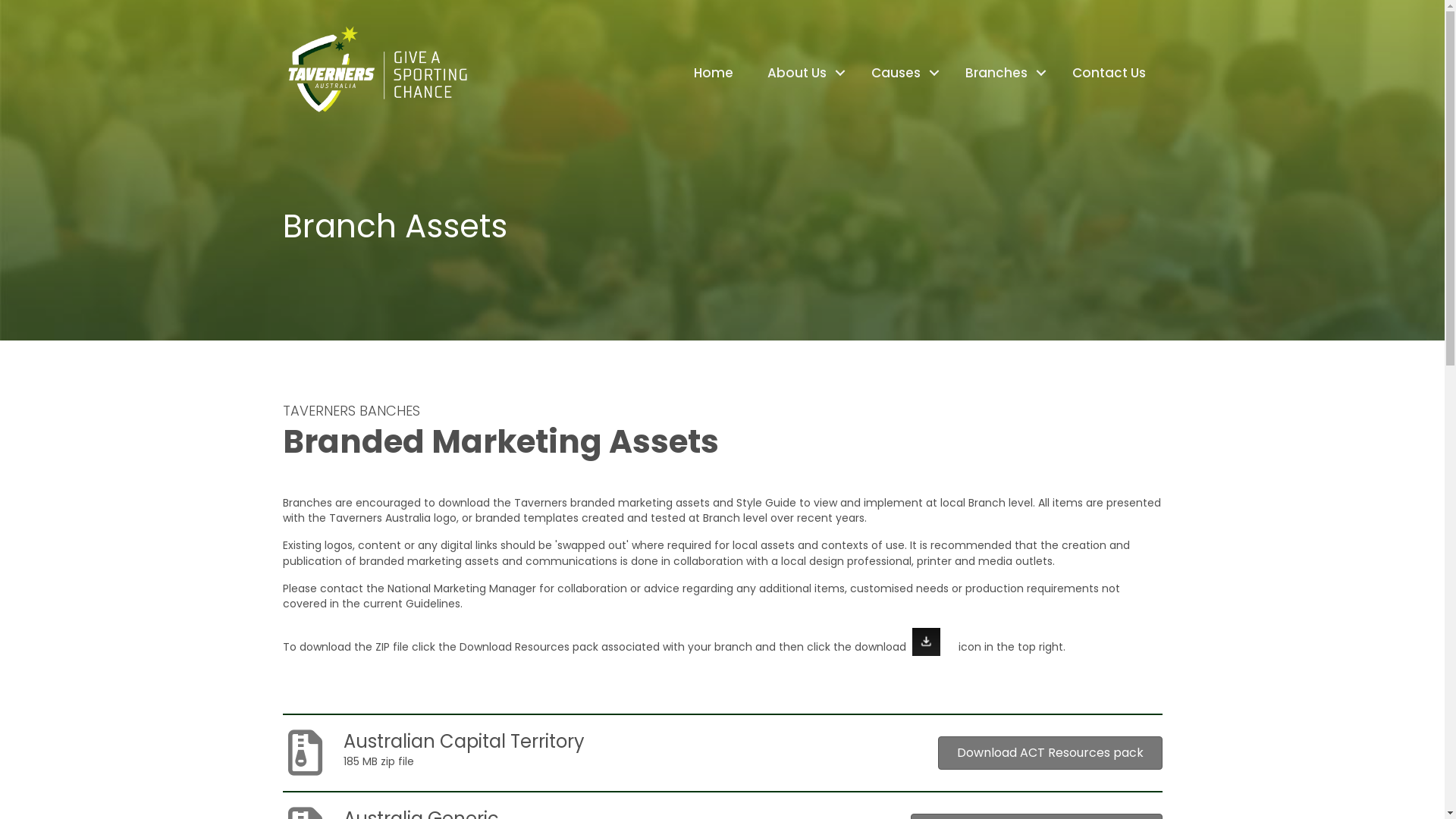 Image resolution: width=1456 pixels, height=819 pixels. What do you see at coordinates (712, 73) in the screenshot?
I see `'Home'` at bounding box center [712, 73].